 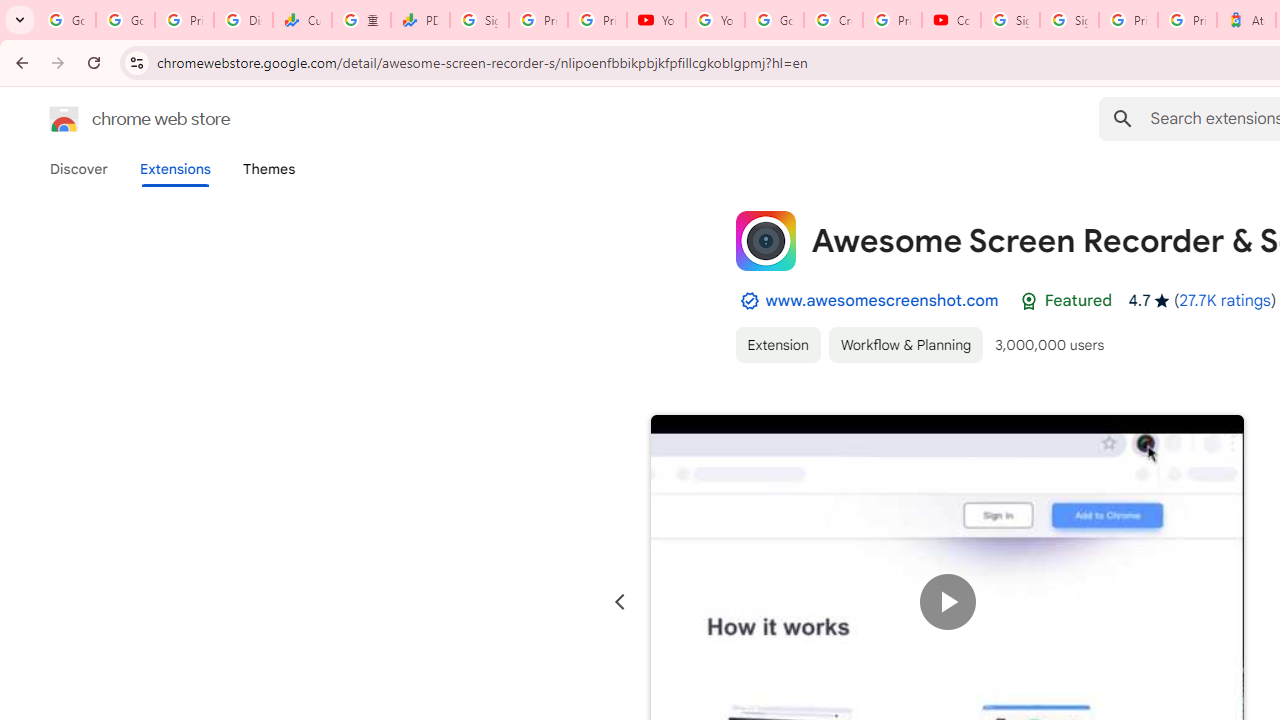 What do you see at coordinates (174, 168) in the screenshot?
I see `'Extensions'` at bounding box center [174, 168].